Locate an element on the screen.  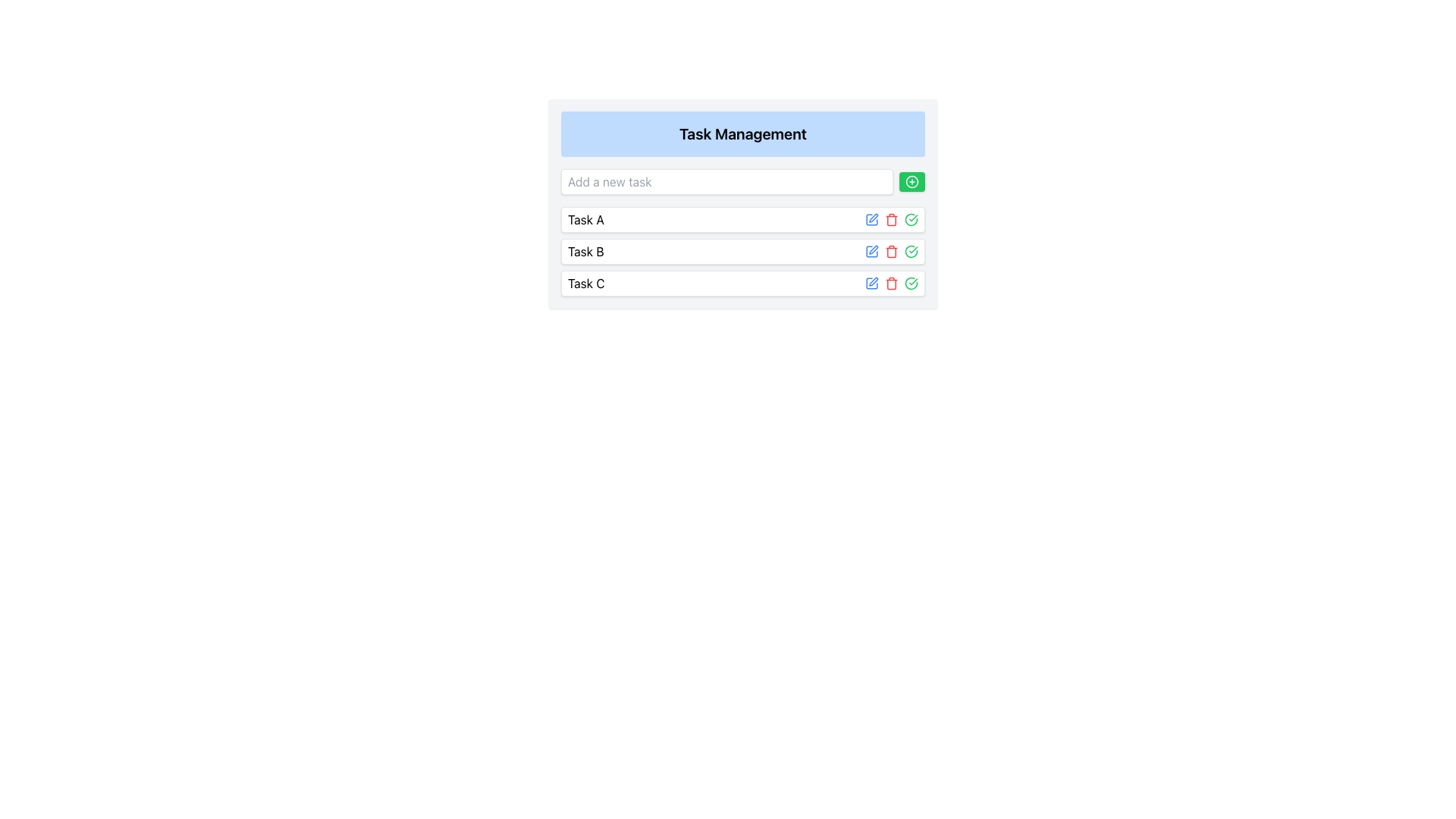
to select or highlight the second task item in the task management interface, located between 'Task A' and 'Task C' is located at coordinates (742, 250).